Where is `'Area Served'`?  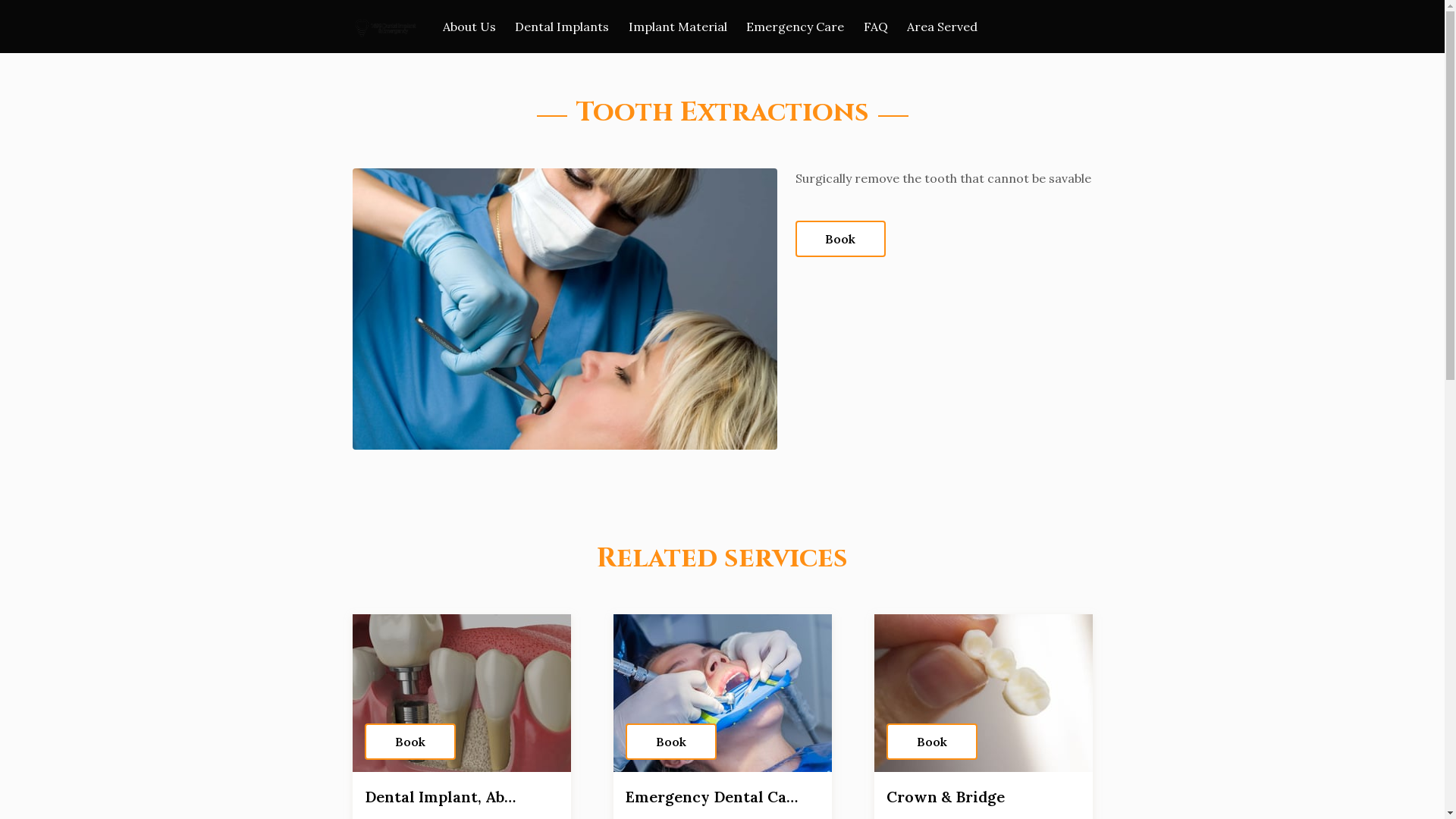
'Area Served' is located at coordinates (941, 26).